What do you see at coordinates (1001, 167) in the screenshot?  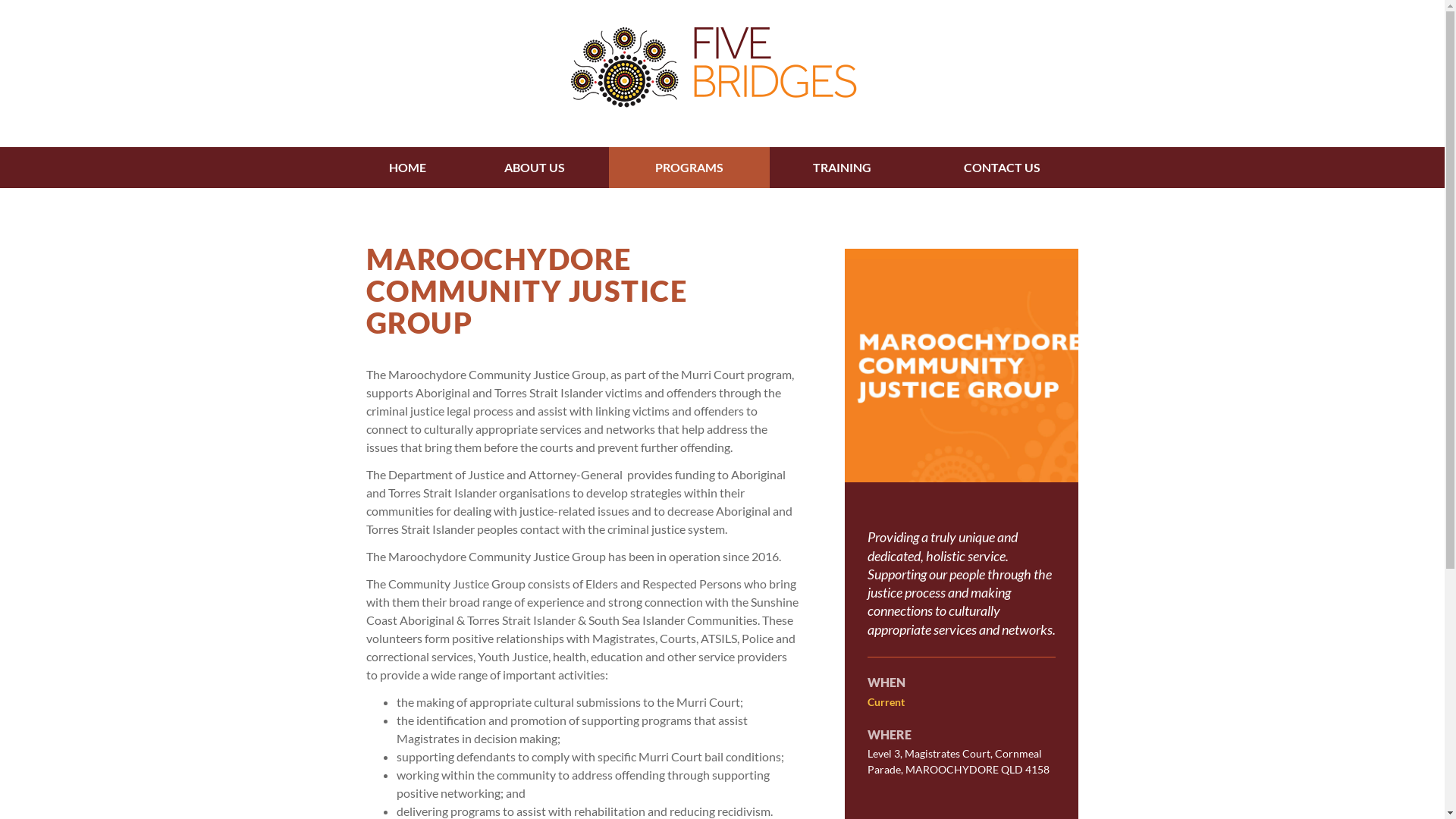 I see `'CONTACT US'` at bounding box center [1001, 167].